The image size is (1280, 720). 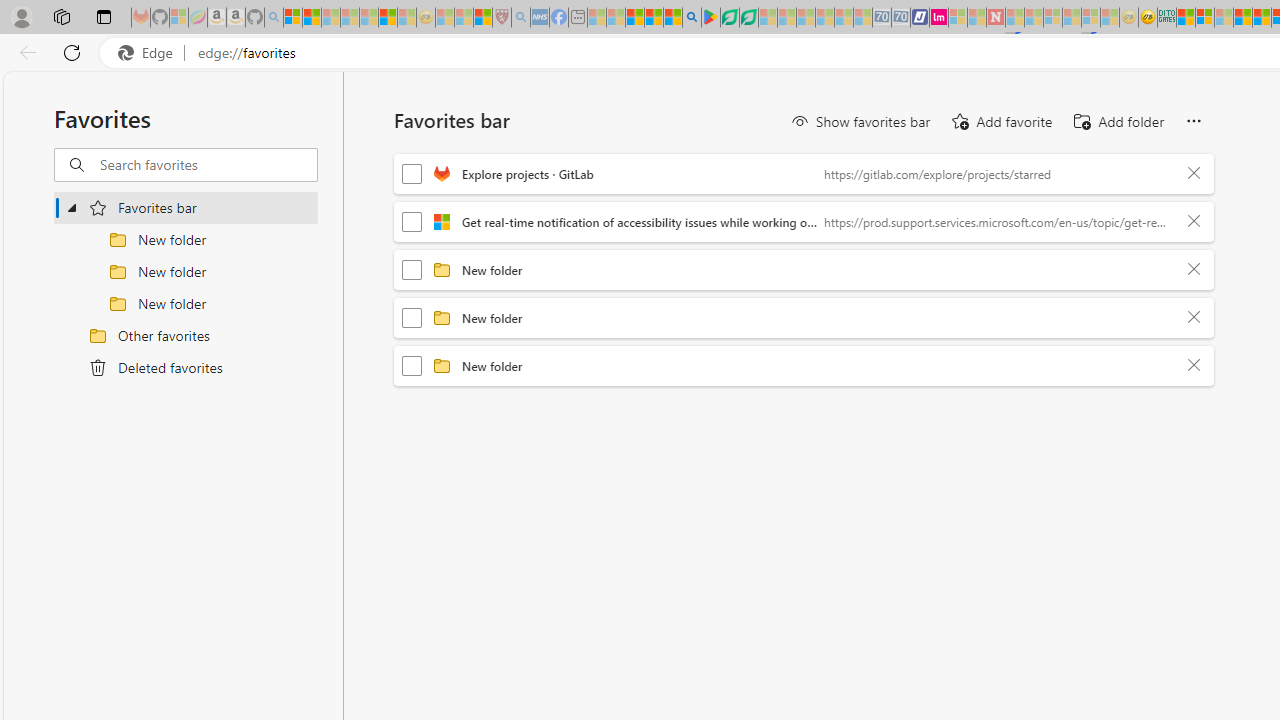 What do you see at coordinates (1167, 17) in the screenshot?
I see `'DITOGAMES AG Imprint'` at bounding box center [1167, 17].